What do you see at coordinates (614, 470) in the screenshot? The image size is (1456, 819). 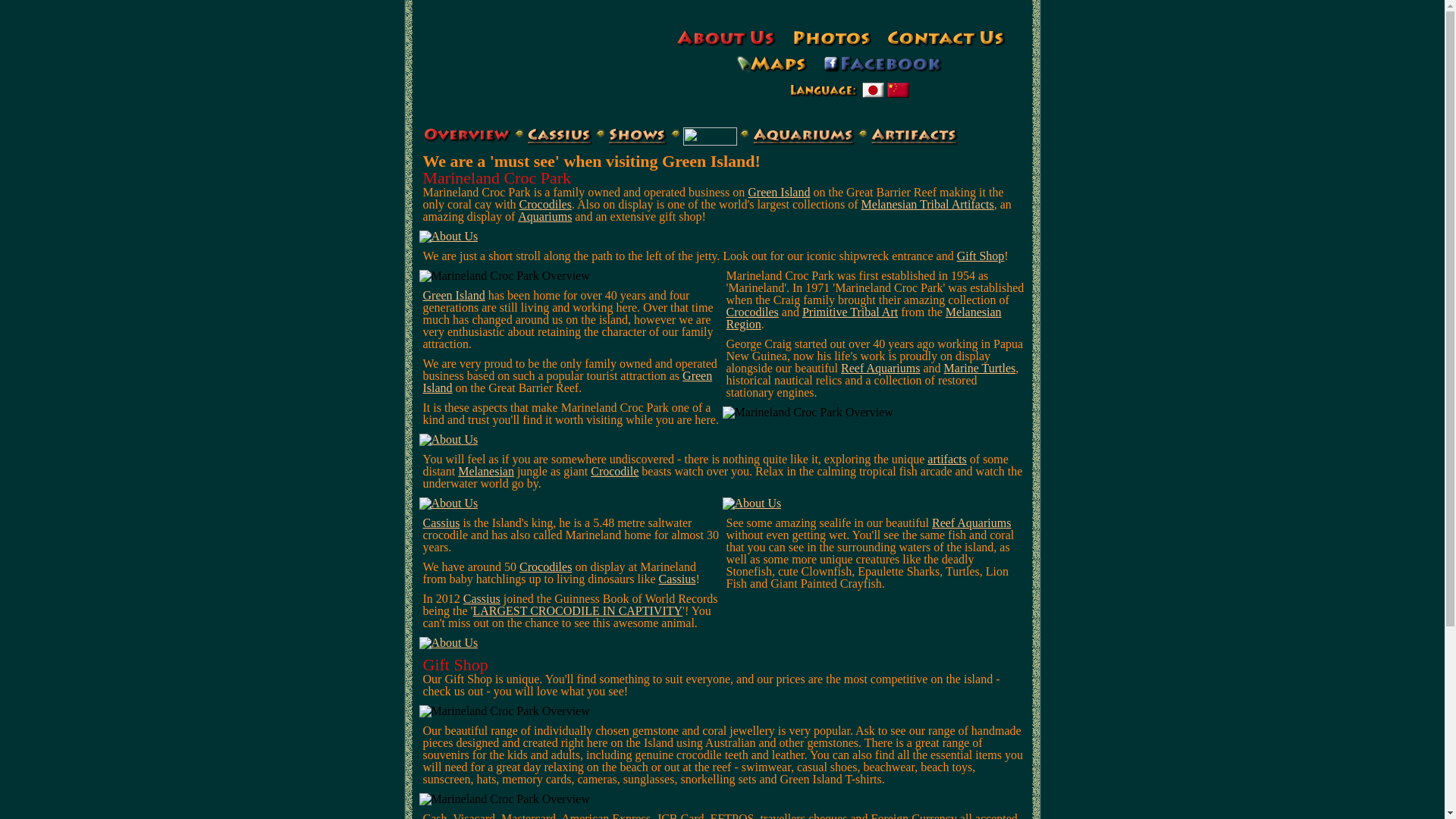 I see `'Crocodile'` at bounding box center [614, 470].